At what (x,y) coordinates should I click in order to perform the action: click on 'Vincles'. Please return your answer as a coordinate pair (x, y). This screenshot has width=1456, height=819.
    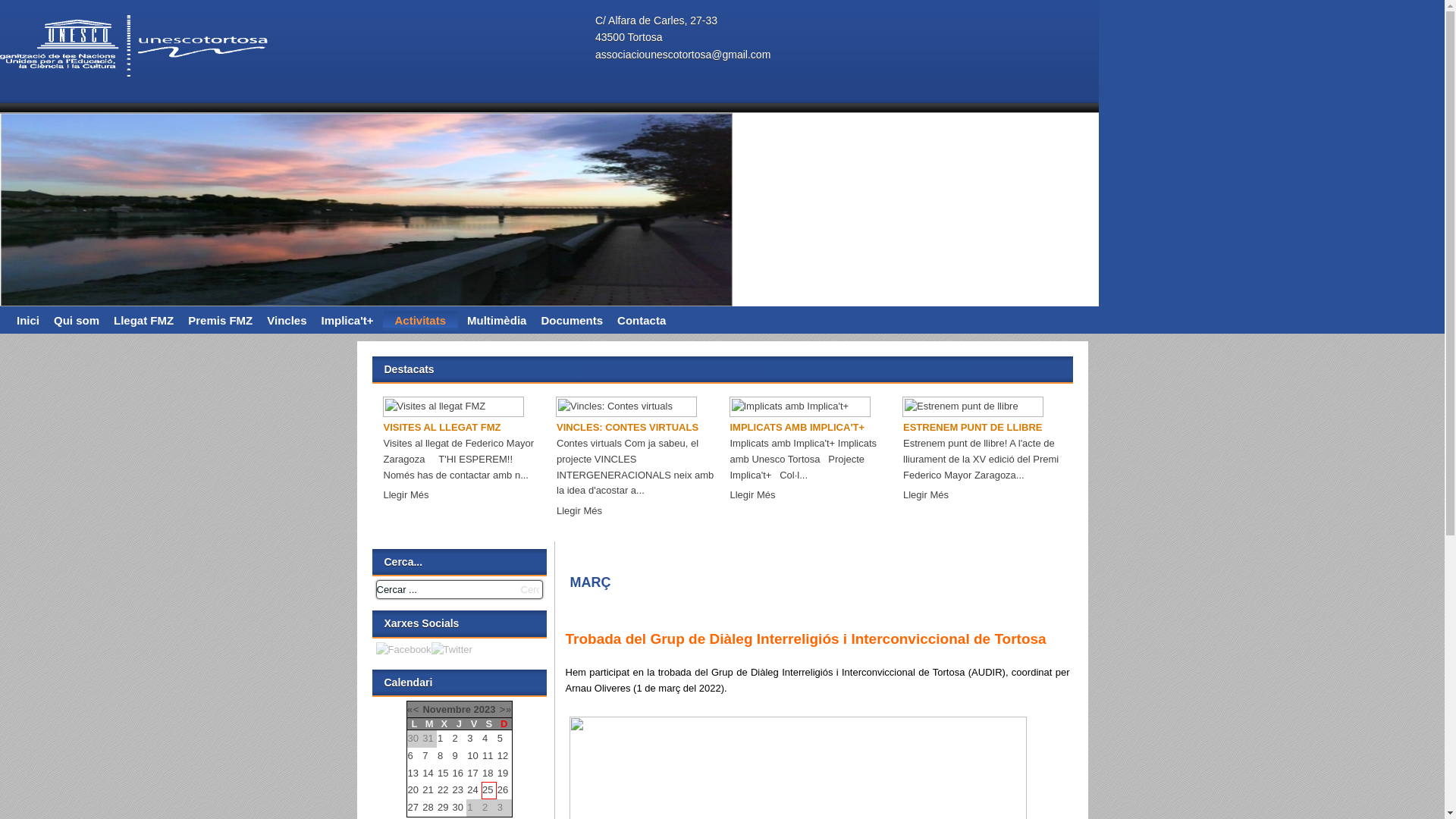
    Looking at the image, I should click on (262, 320).